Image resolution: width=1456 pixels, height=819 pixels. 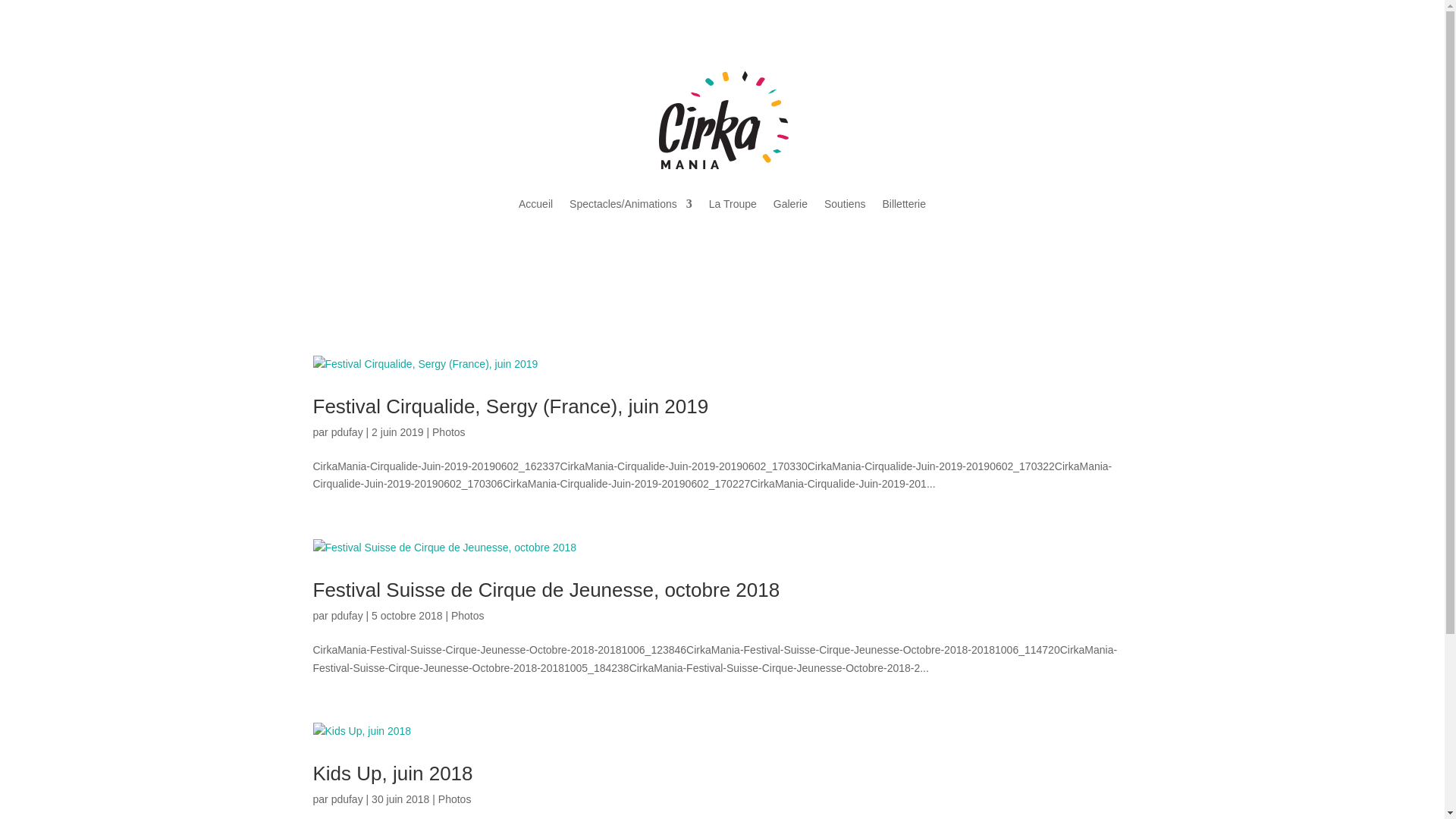 I want to click on 'Photos', so click(x=467, y=616).